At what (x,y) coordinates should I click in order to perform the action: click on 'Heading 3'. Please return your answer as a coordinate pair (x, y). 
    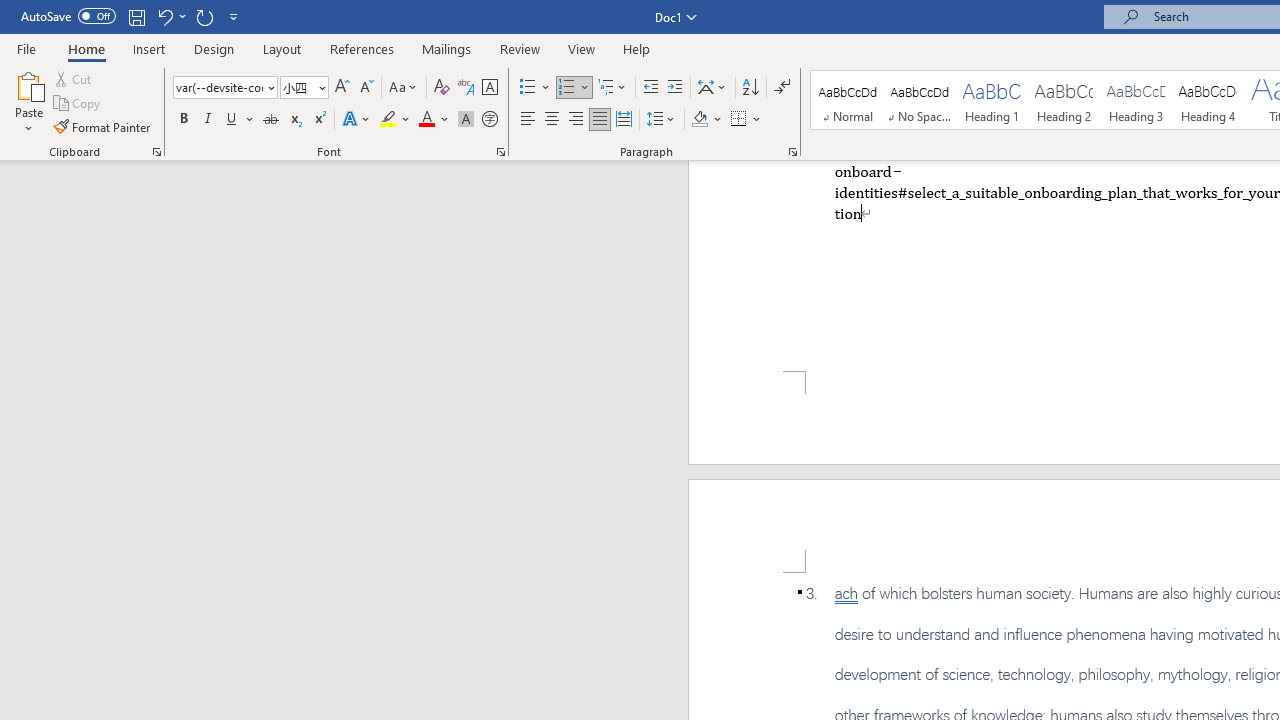
    Looking at the image, I should click on (1136, 100).